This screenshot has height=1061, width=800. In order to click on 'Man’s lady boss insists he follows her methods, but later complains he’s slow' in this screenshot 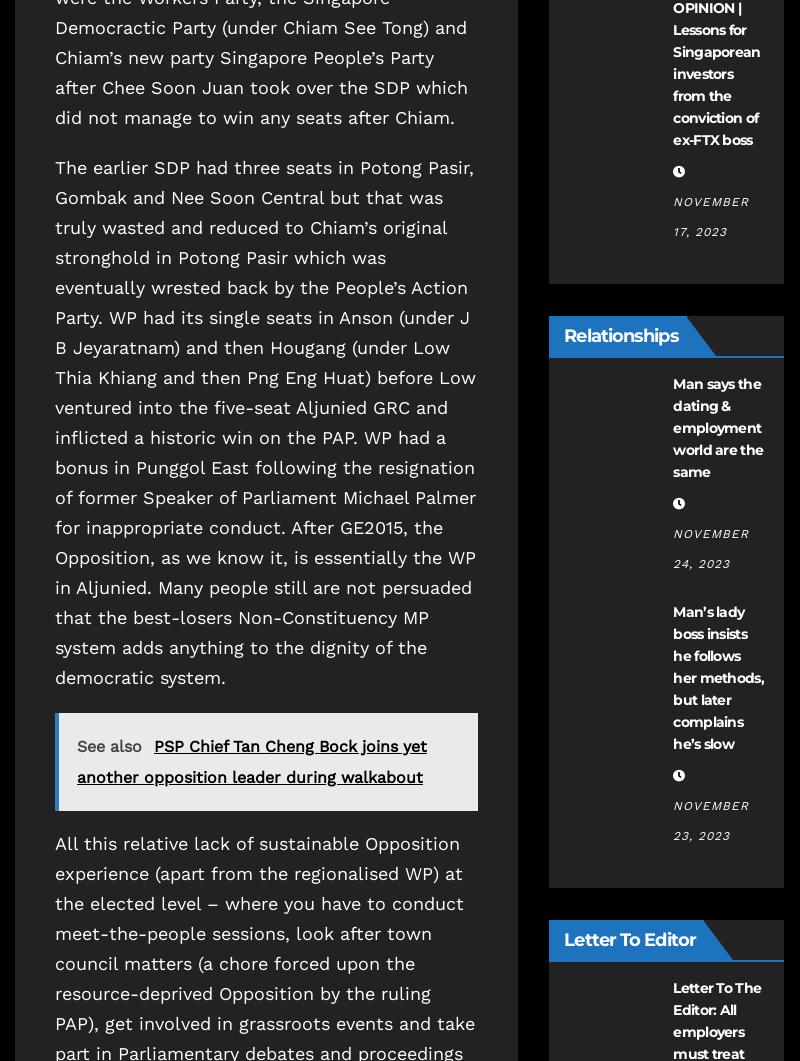, I will do `click(673, 676)`.